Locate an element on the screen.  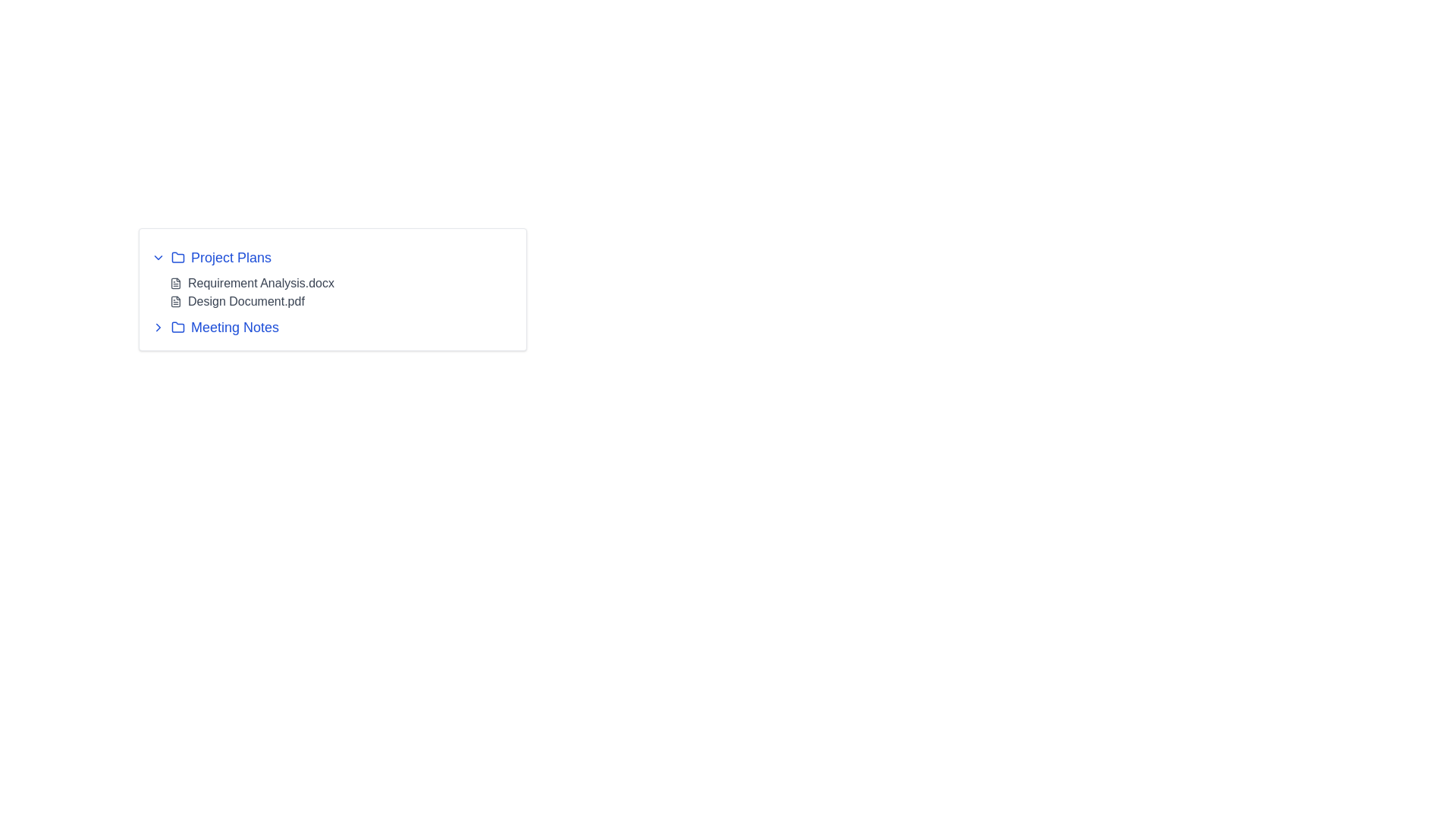
the text label displaying 'Design Document.pdf' is located at coordinates (246, 301).